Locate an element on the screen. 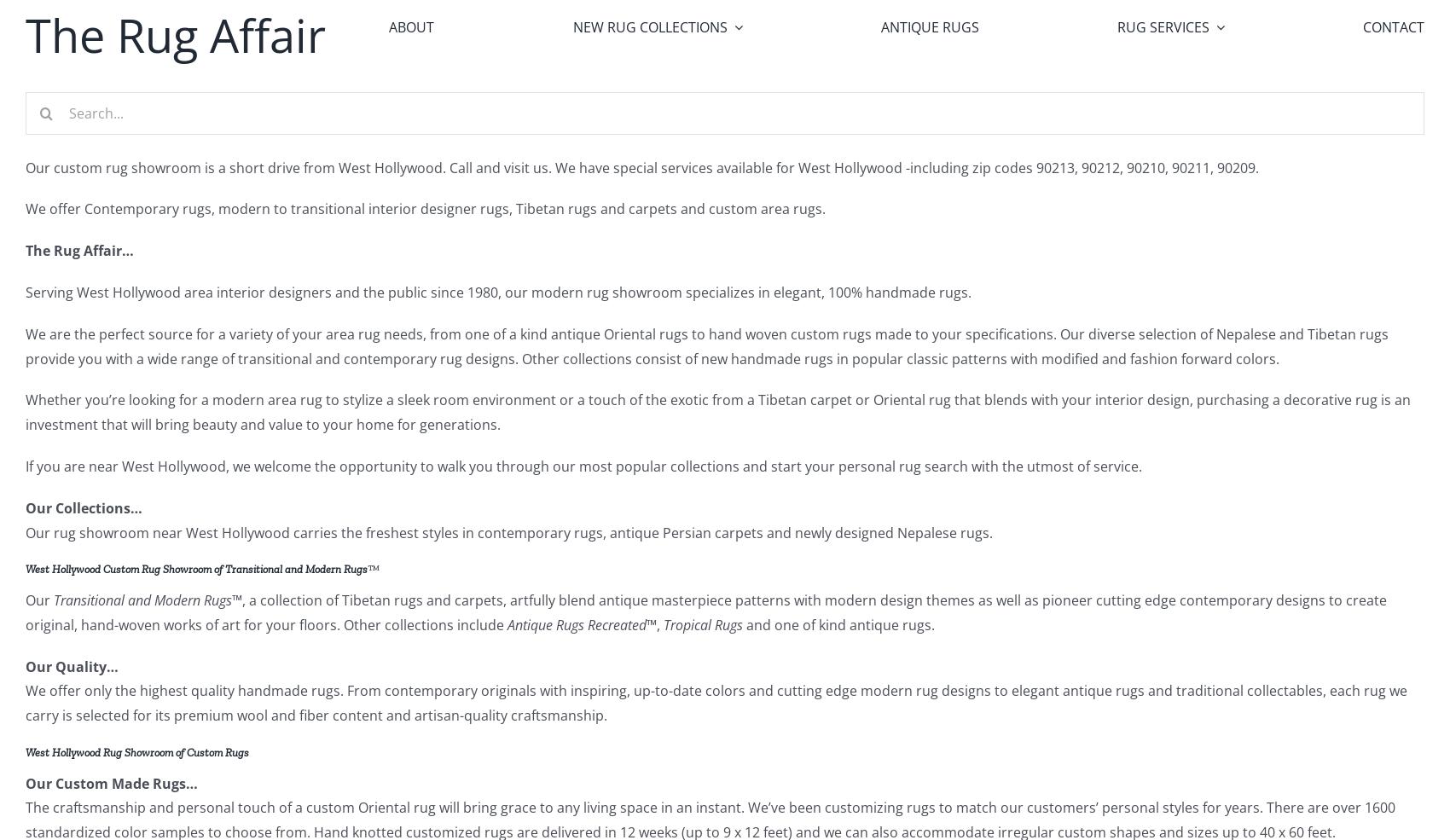  'Antique Rugs' is located at coordinates (929, 26).